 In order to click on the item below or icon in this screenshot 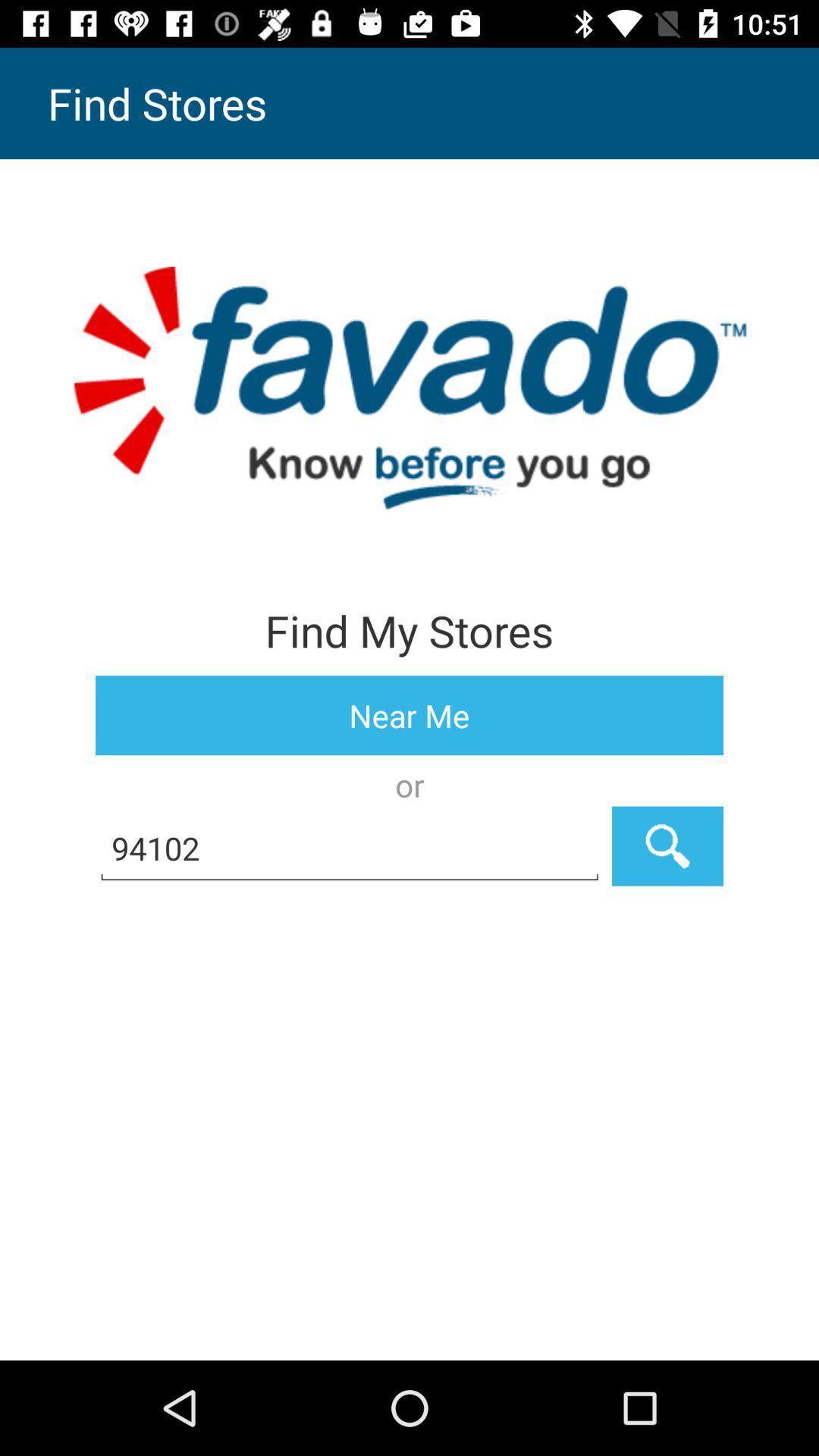, I will do `click(350, 846)`.